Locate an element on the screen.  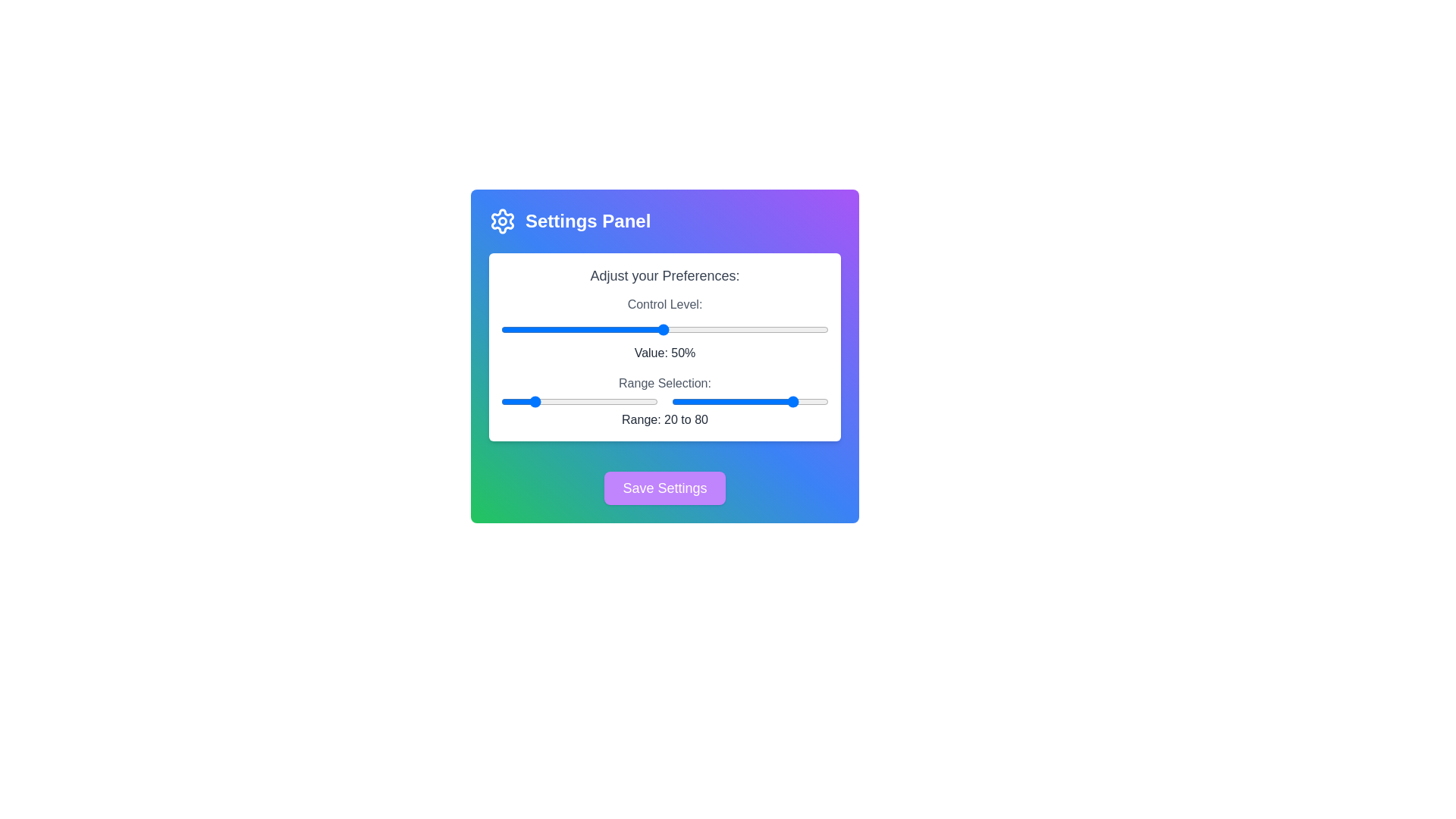
the slider value is located at coordinates (669, 329).